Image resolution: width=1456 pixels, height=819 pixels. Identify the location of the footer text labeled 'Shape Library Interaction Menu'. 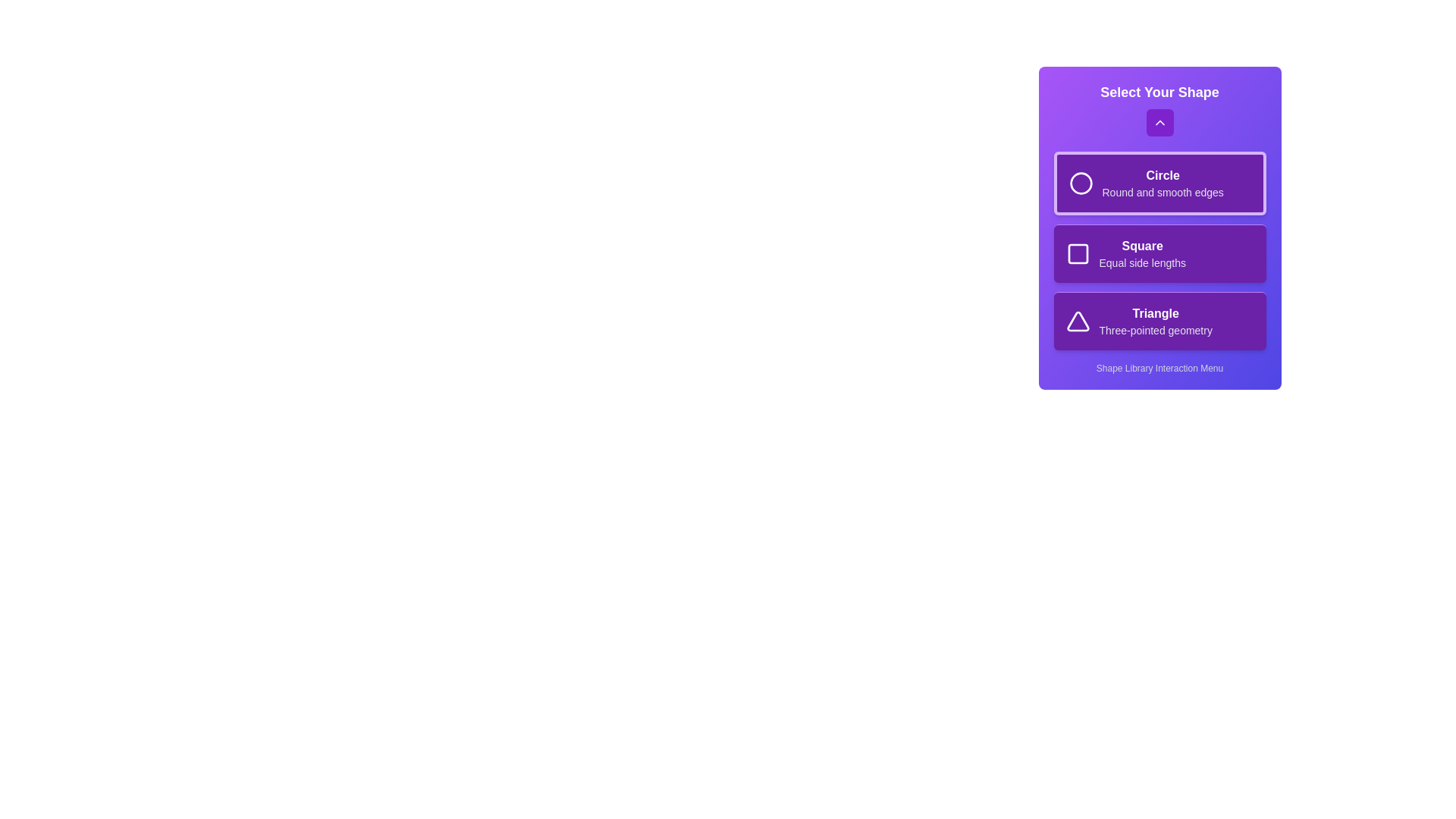
(1159, 369).